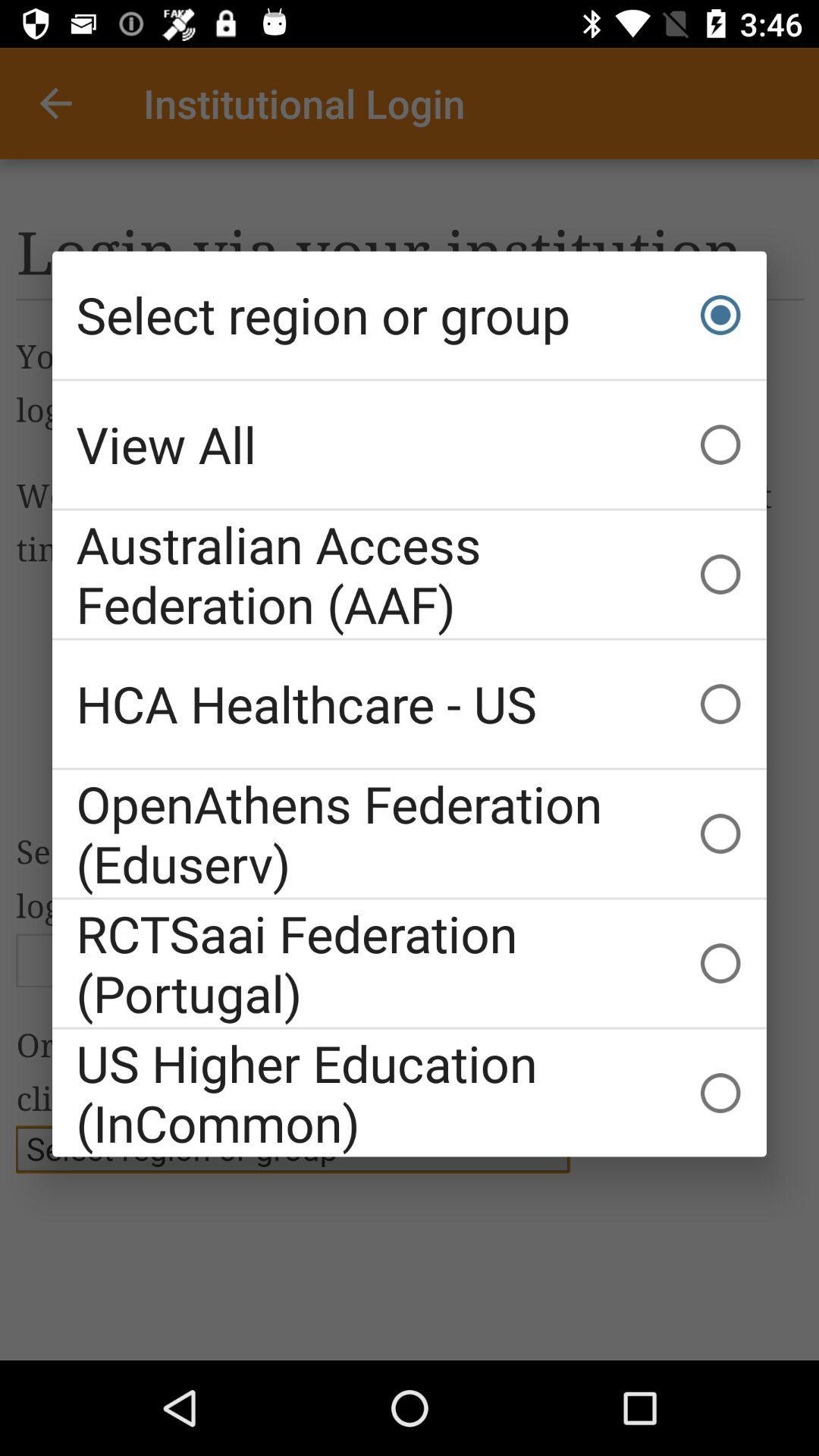  What do you see at coordinates (409, 1093) in the screenshot?
I see `the icon at the bottom` at bounding box center [409, 1093].